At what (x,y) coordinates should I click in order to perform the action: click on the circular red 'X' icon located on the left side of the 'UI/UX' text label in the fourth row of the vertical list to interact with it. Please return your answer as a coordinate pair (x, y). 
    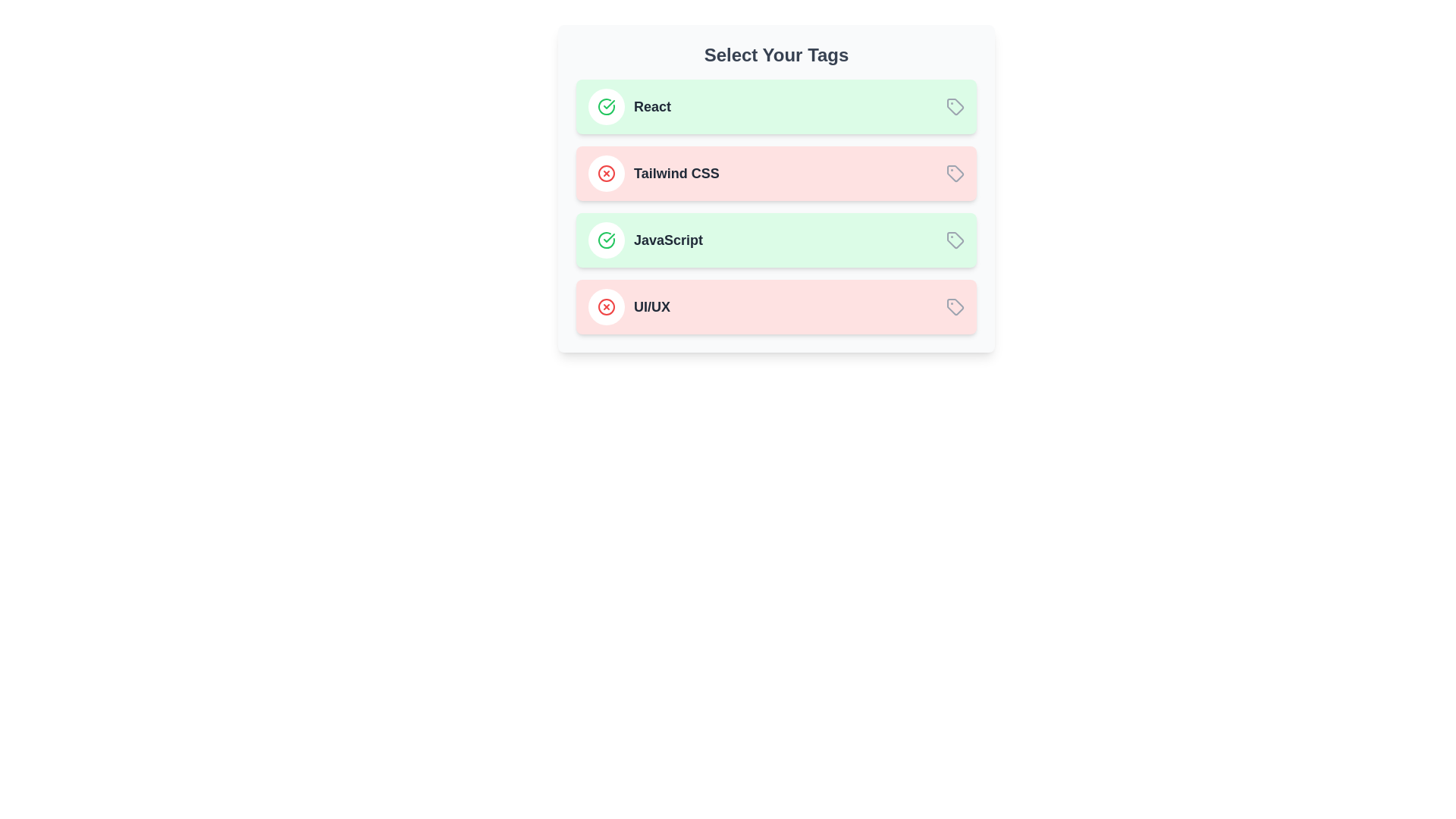
    Looking at the image, I should click on (607, 307).